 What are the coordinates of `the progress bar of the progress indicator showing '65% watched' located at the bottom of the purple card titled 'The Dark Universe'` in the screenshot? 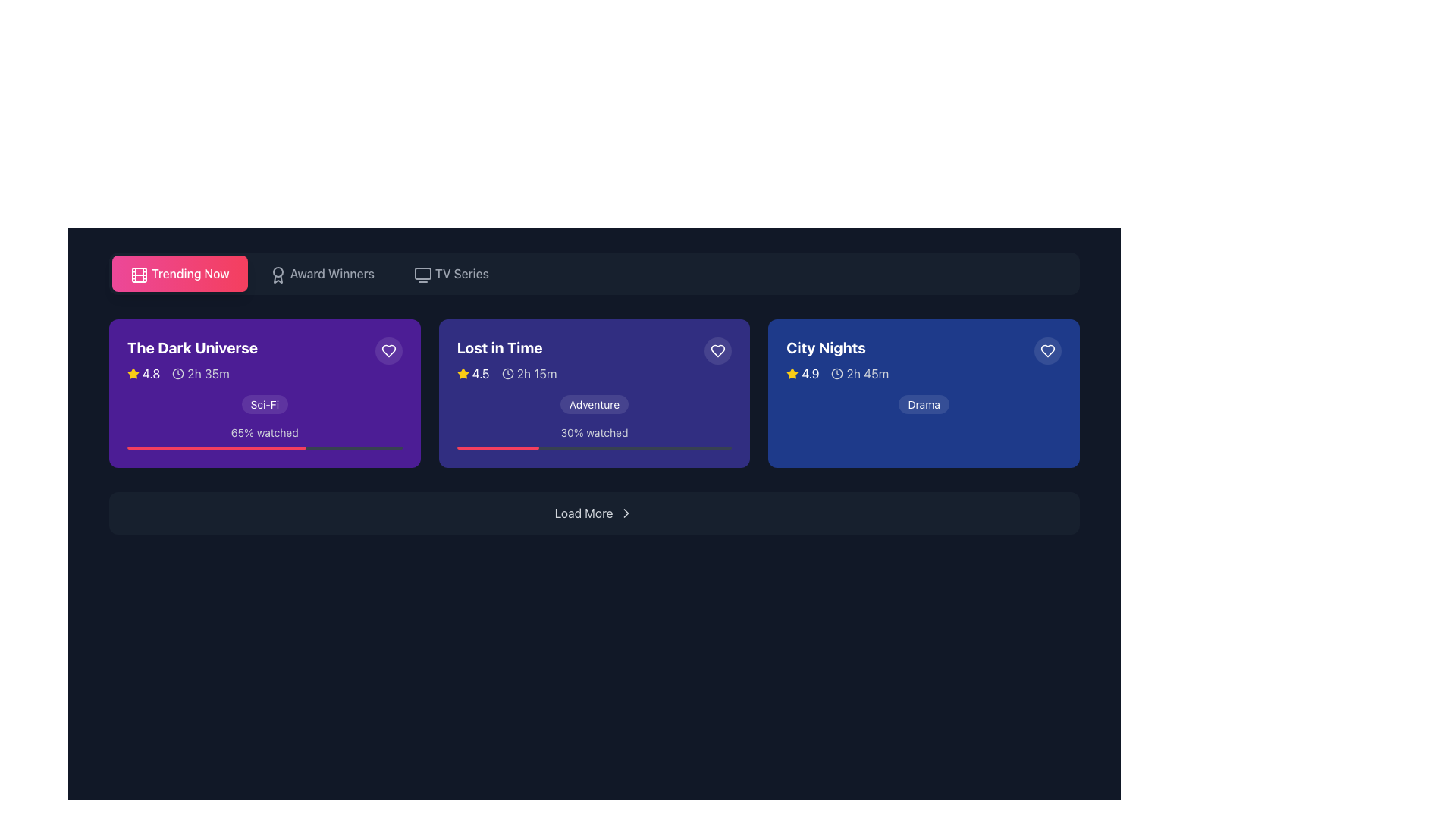 It's located at (265, 438).